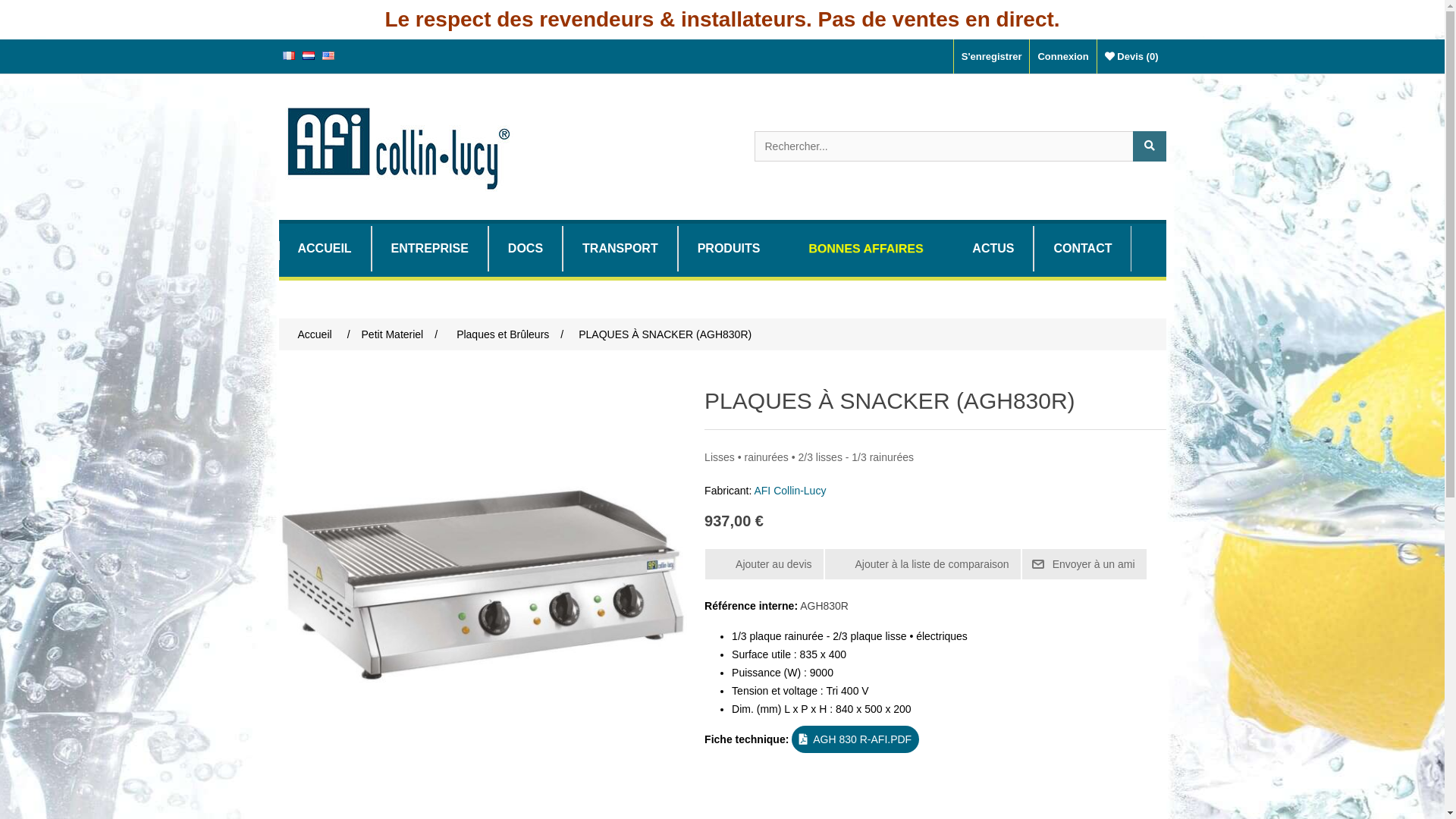 This screenshot has height=819, width=1456. Describe the element at coordinates (764, 564) in the screenshot. I see `'Ajouter au devis'` at that location.